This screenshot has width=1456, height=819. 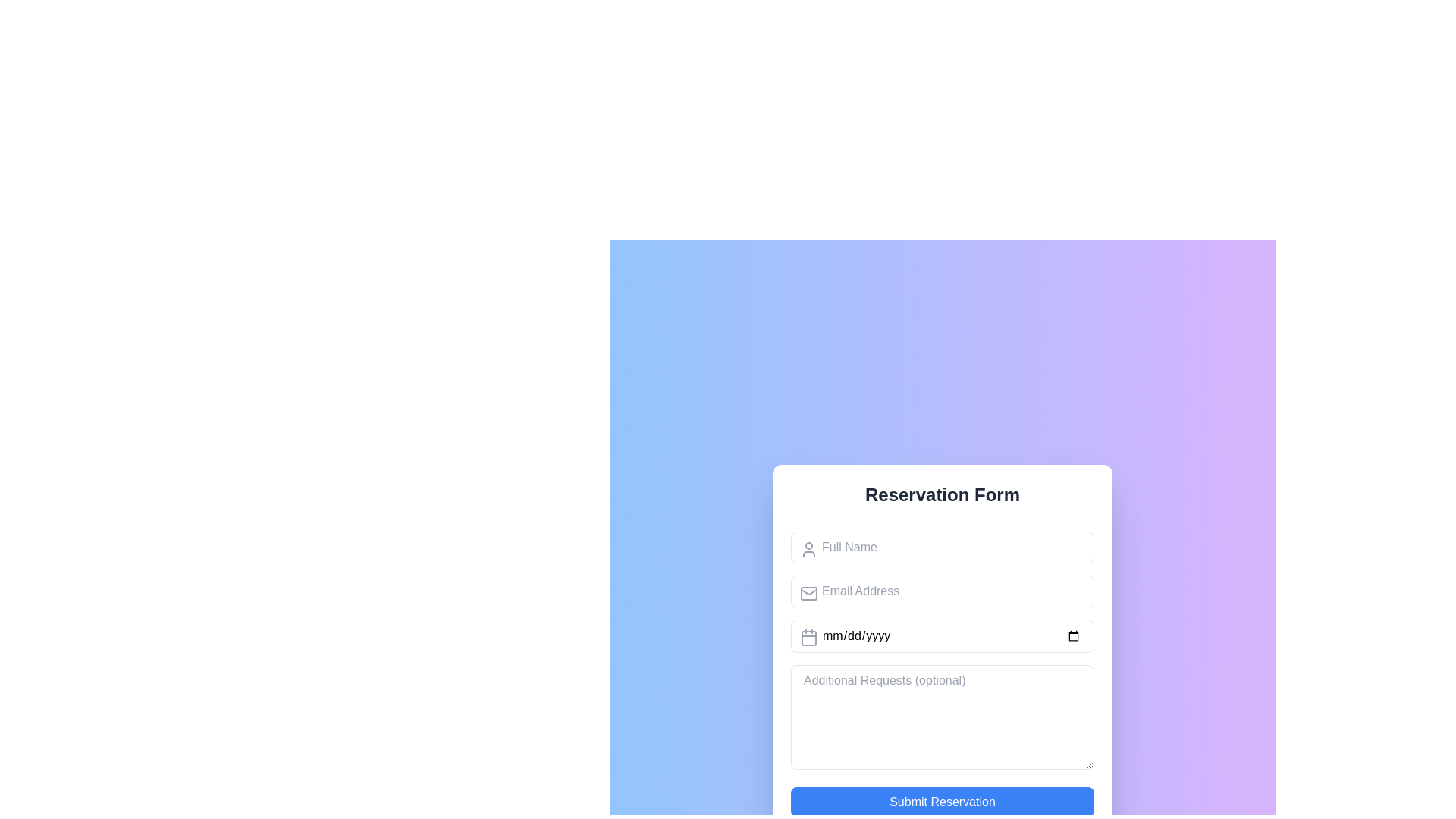 I want to click on the email icon located immediately to the left of the 'Email Address' input field in the reservation form, so click(x=808, y=592).